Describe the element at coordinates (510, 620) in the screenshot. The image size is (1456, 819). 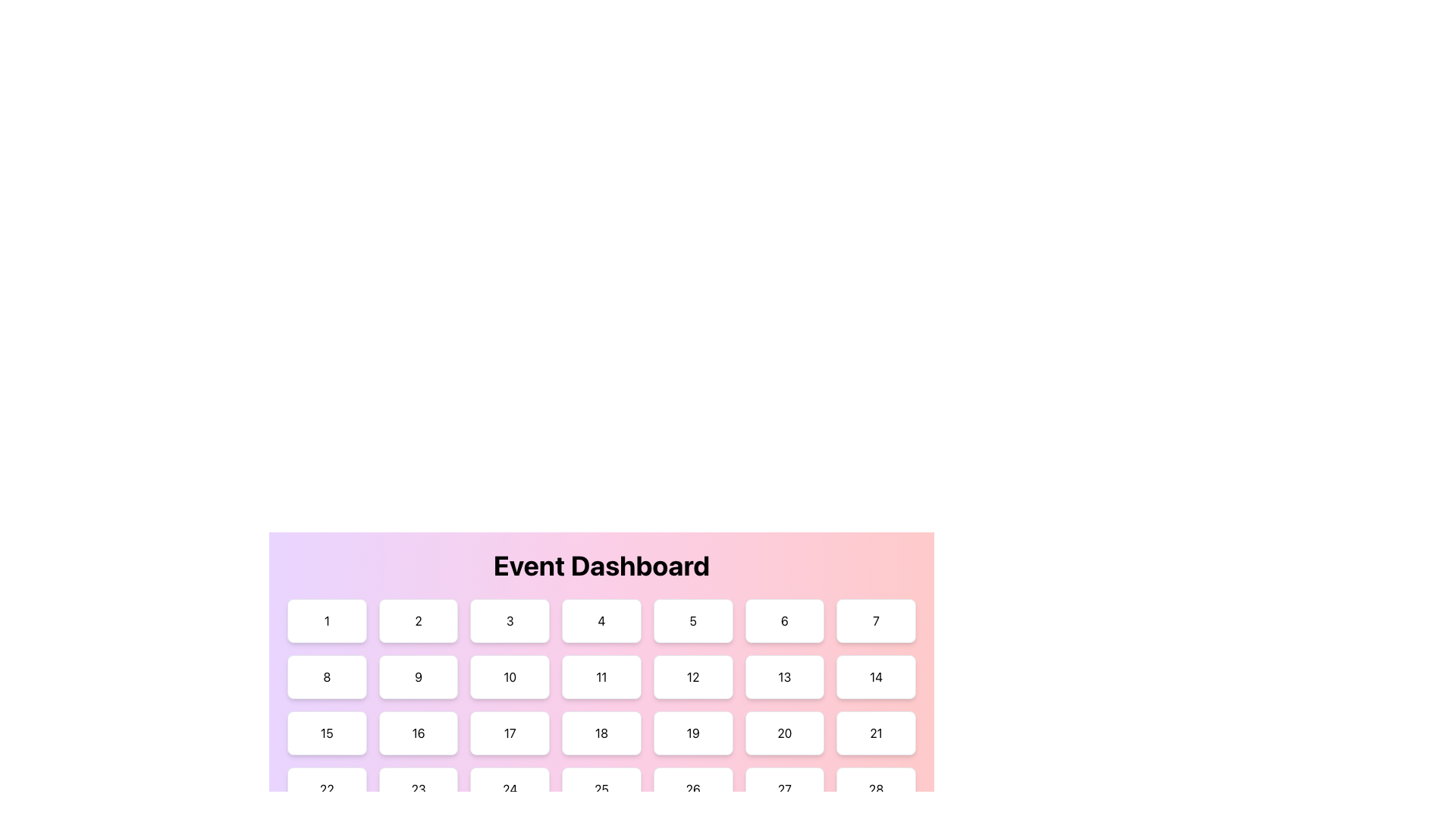
I see `the interactive button located in the first row of a grid layout, as the third item, positioned between the buttons displaying '2' and '4'` at that location.